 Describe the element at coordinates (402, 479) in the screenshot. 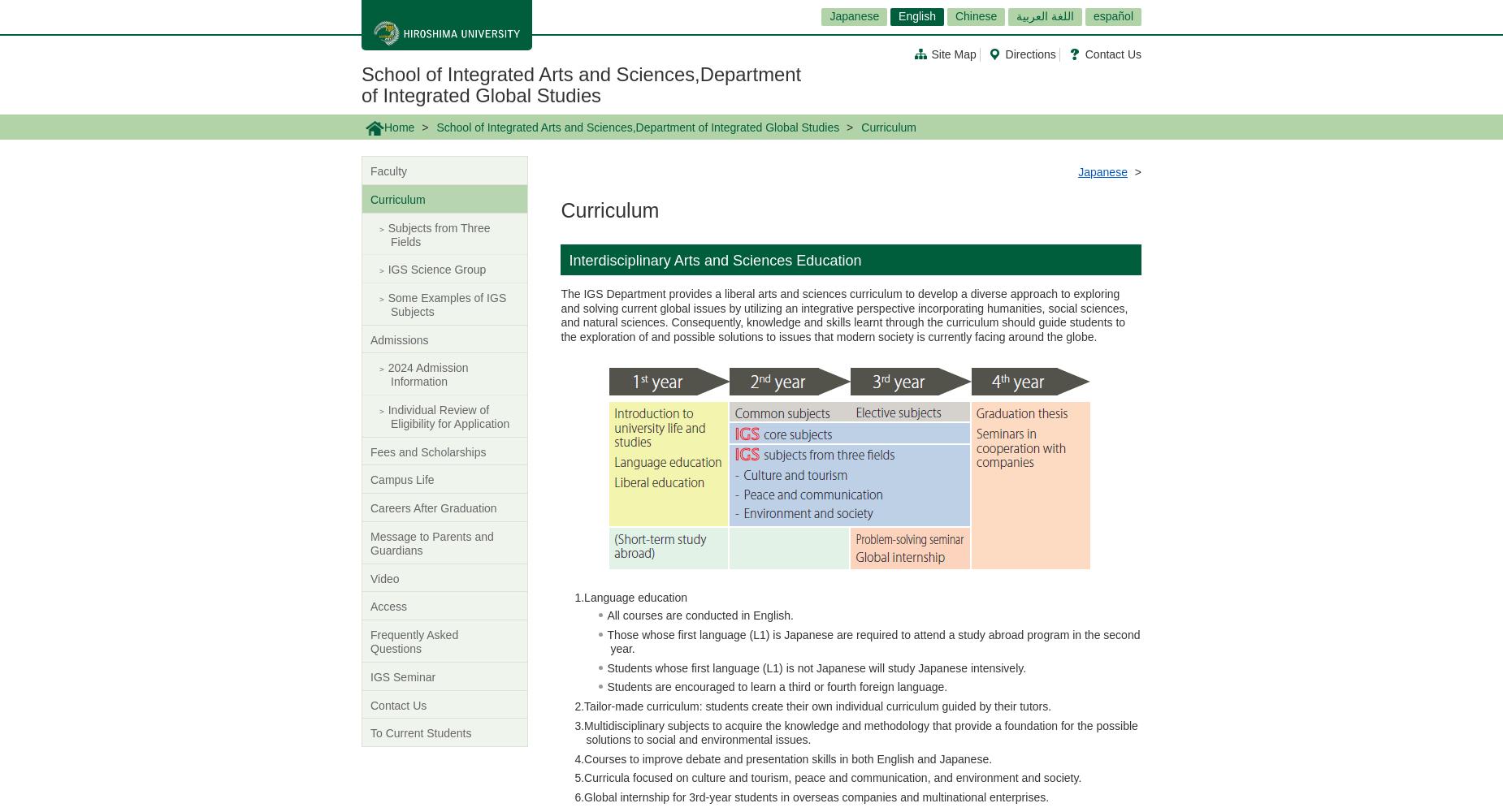

I see `'Campus Life'` at that location.